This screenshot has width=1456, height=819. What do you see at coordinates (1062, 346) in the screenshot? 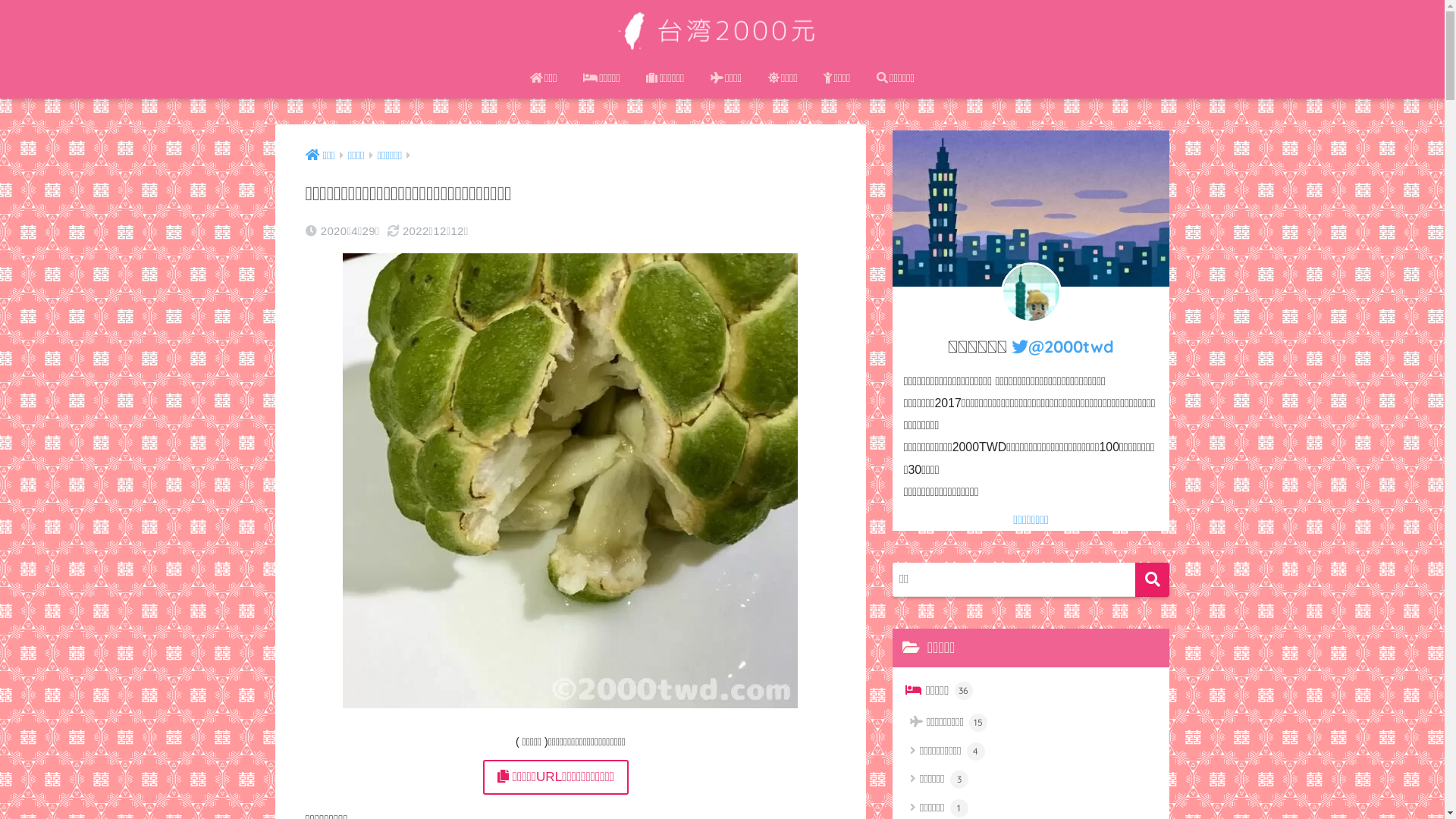
I see `'@2000twd'` at bounding box center [1062, 346].